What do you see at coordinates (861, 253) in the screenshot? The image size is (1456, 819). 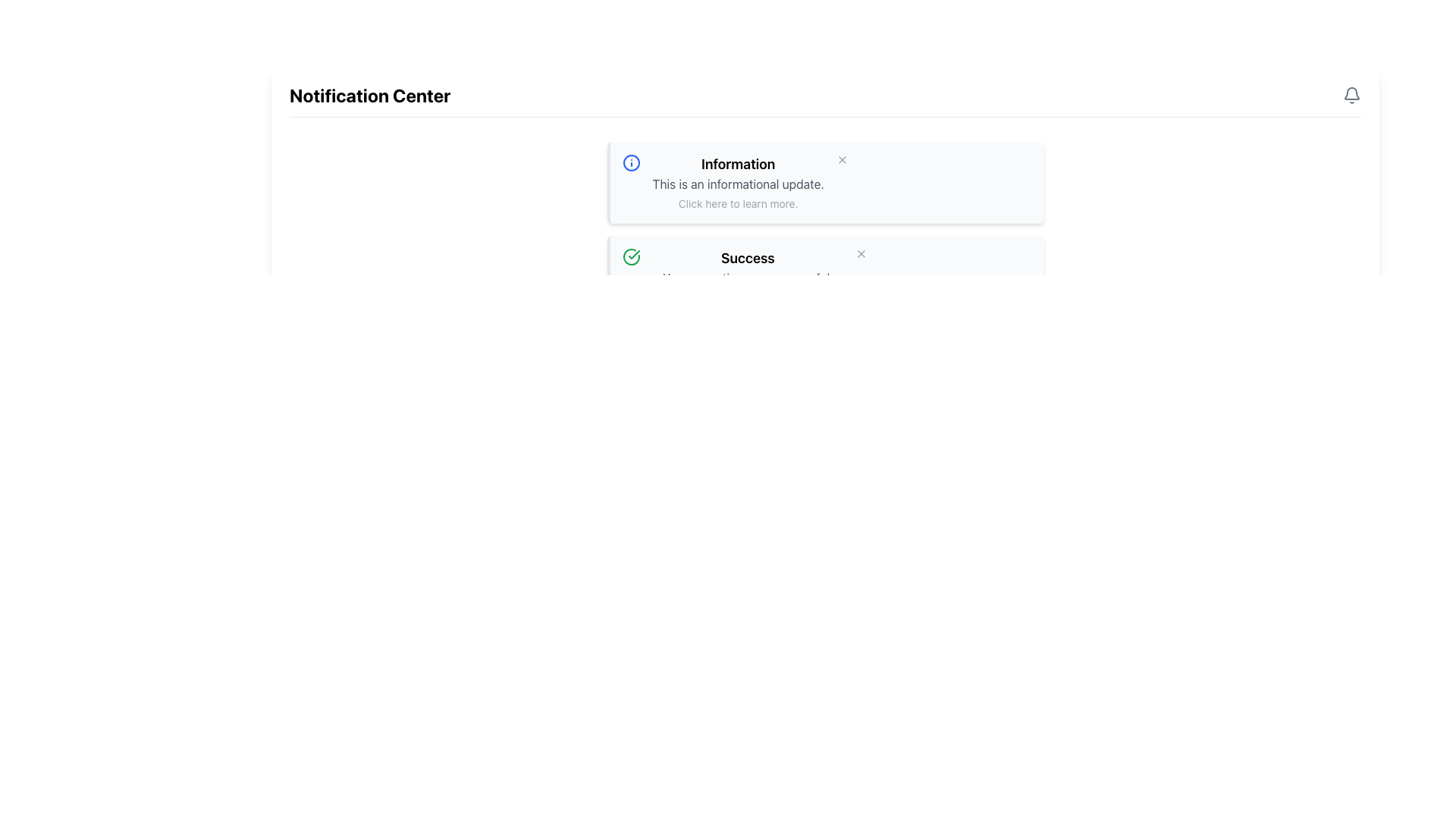 I see `the dismiss Icon Button located in the top-right corner of the success message notification beneath the 'Notification Center'` at bounding box center [861, 253].